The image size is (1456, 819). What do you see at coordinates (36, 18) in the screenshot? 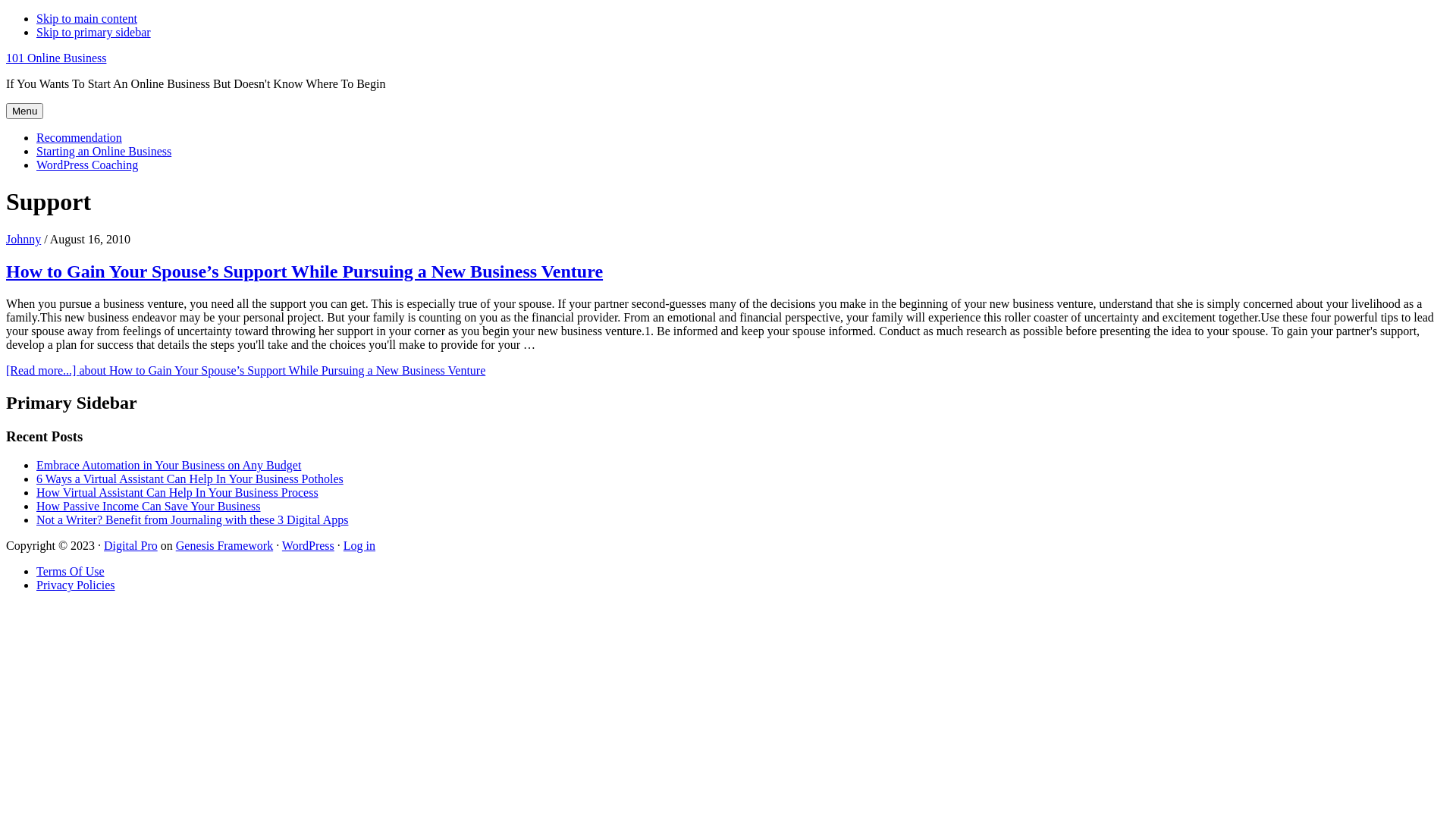
I see `'Skip to main content'` at bounding box center [36, 18].